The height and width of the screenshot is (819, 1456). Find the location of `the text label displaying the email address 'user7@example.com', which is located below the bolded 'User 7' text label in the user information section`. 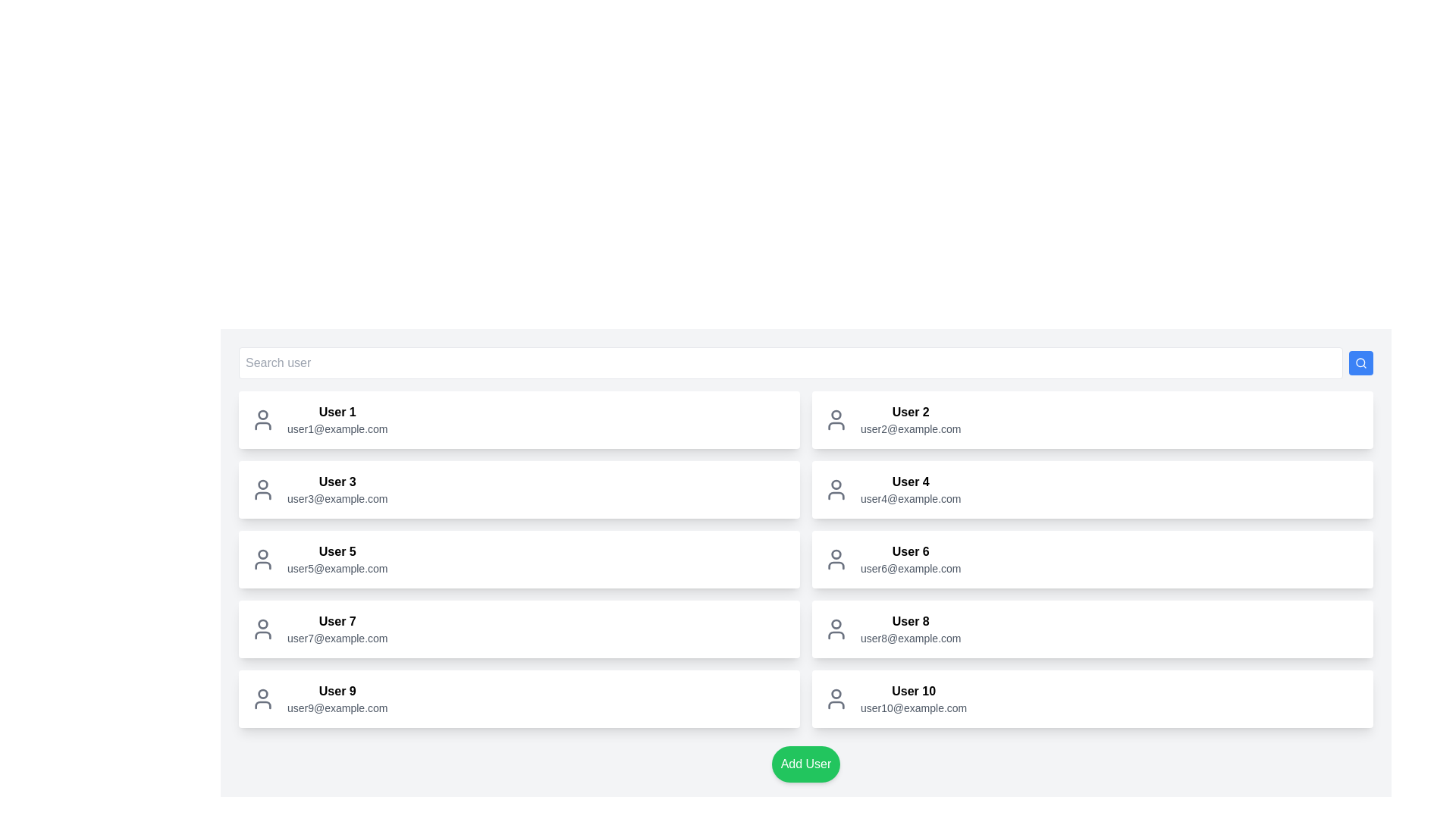

the text label displaying the email address 'user7@example.com', which is located below the bolded 'User 7' text label in the user information section is located at coordinates (337, 638).